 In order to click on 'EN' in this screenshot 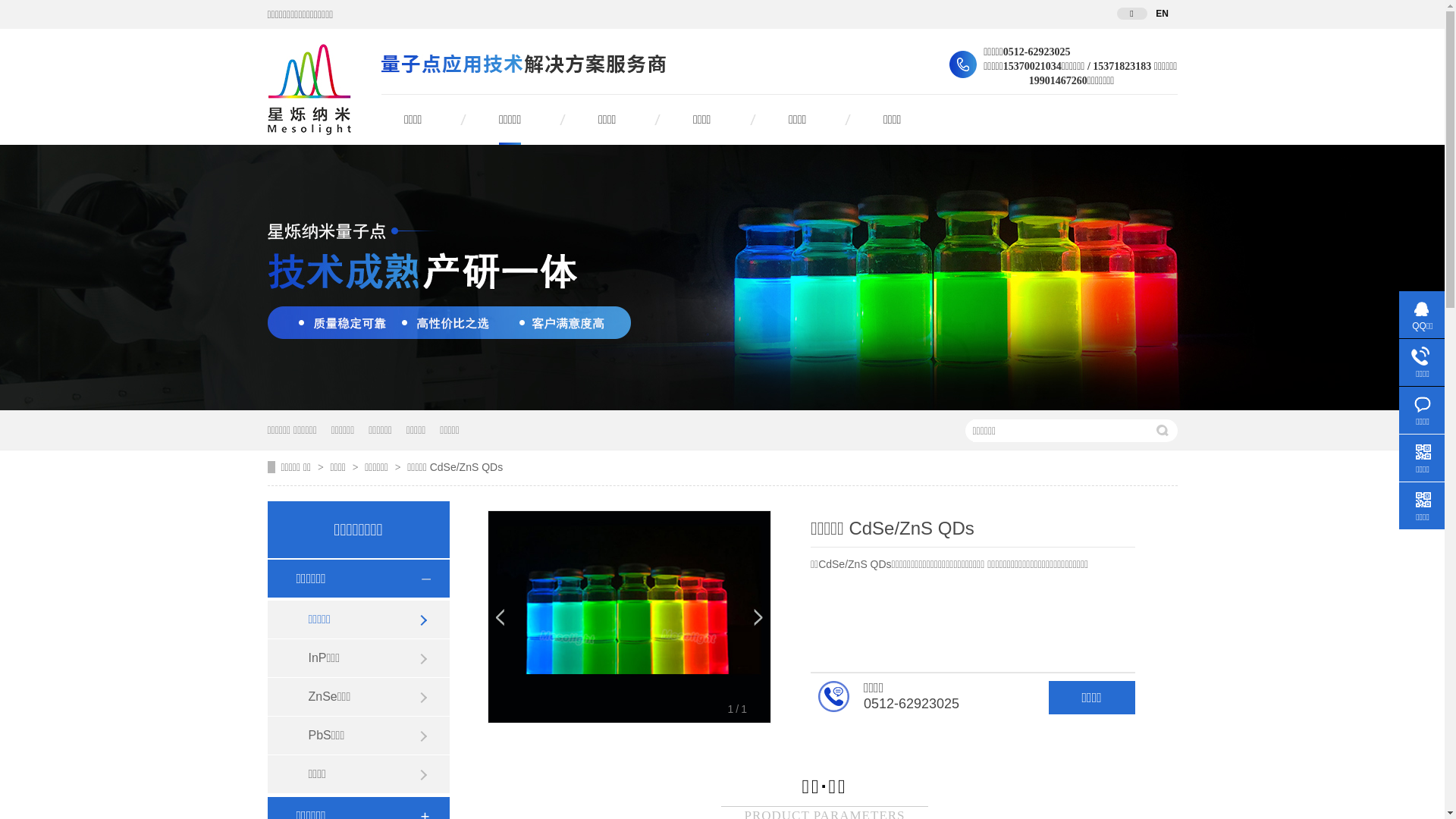, I will do `click(1160, 14)`.